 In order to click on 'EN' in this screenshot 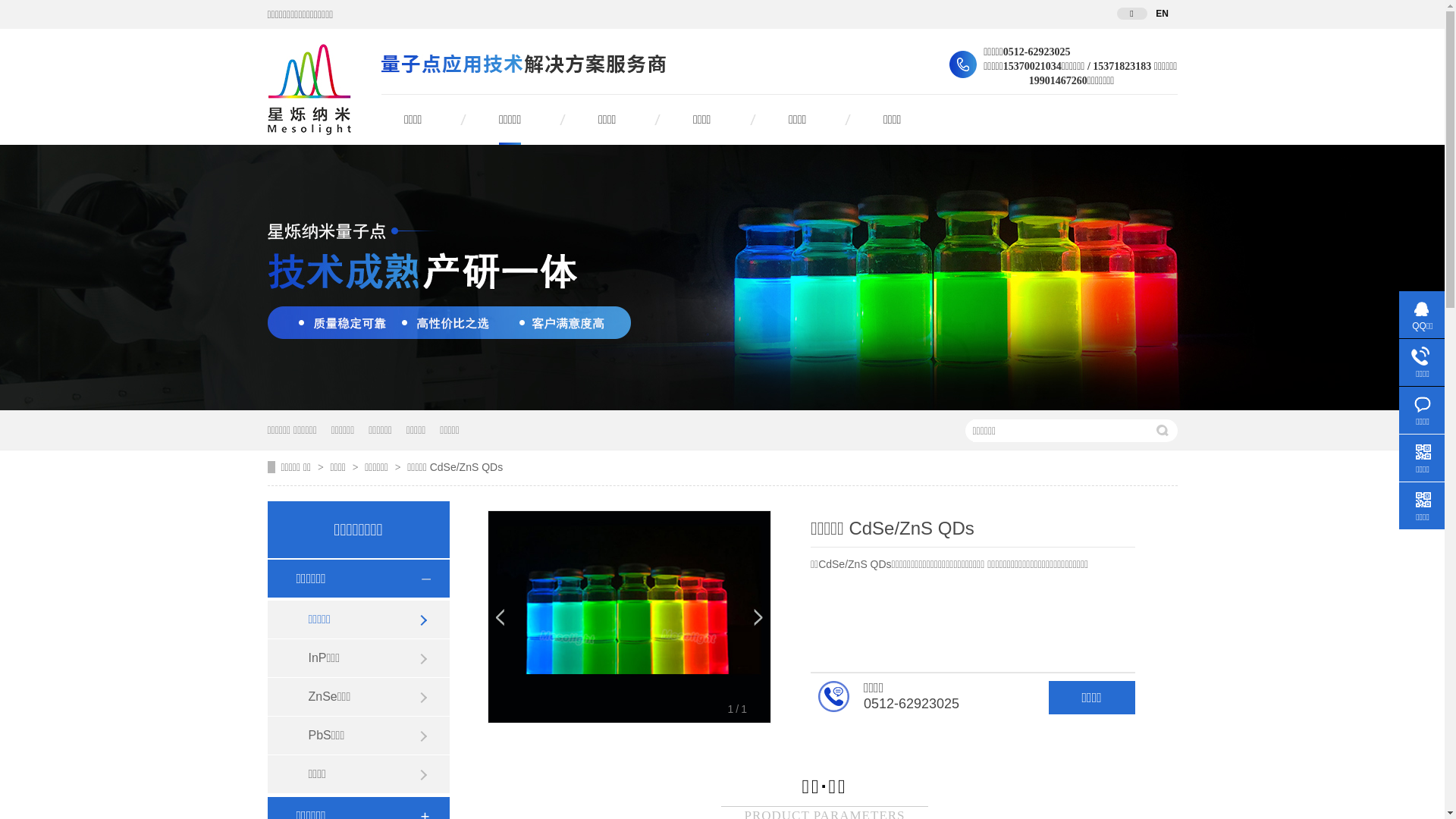, I will do `click(1160, 14)`.